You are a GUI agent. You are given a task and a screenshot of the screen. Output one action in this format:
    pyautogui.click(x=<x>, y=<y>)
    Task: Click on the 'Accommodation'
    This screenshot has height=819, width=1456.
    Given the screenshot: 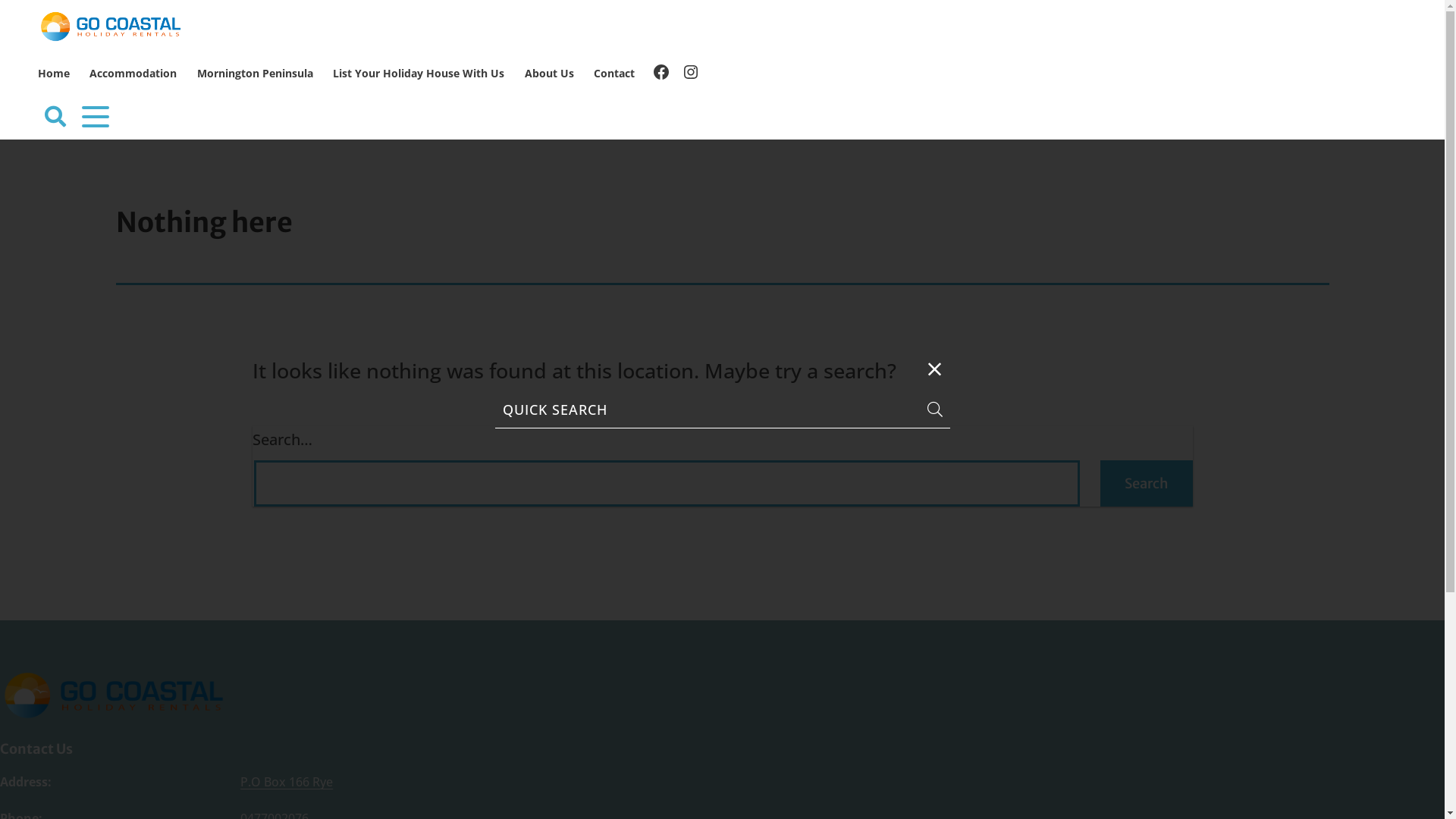 What is the action you would take?
    pyautogui.click(x=133, y=74)
    